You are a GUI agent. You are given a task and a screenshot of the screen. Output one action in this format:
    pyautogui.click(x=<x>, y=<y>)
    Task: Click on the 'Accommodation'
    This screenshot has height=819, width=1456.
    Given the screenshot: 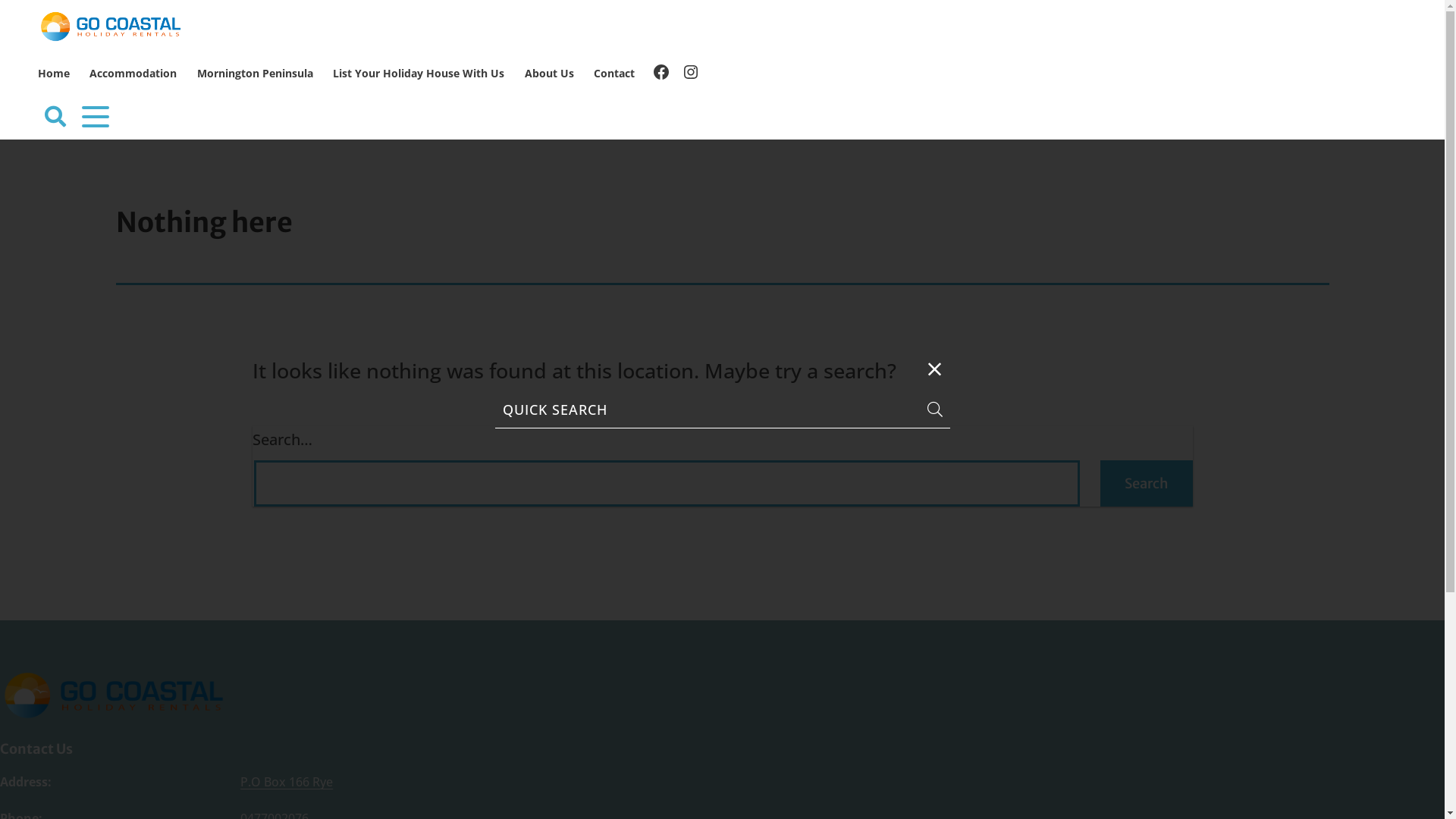 What is the action you would take?
    pyautogui.click(x=133, y=74)
    